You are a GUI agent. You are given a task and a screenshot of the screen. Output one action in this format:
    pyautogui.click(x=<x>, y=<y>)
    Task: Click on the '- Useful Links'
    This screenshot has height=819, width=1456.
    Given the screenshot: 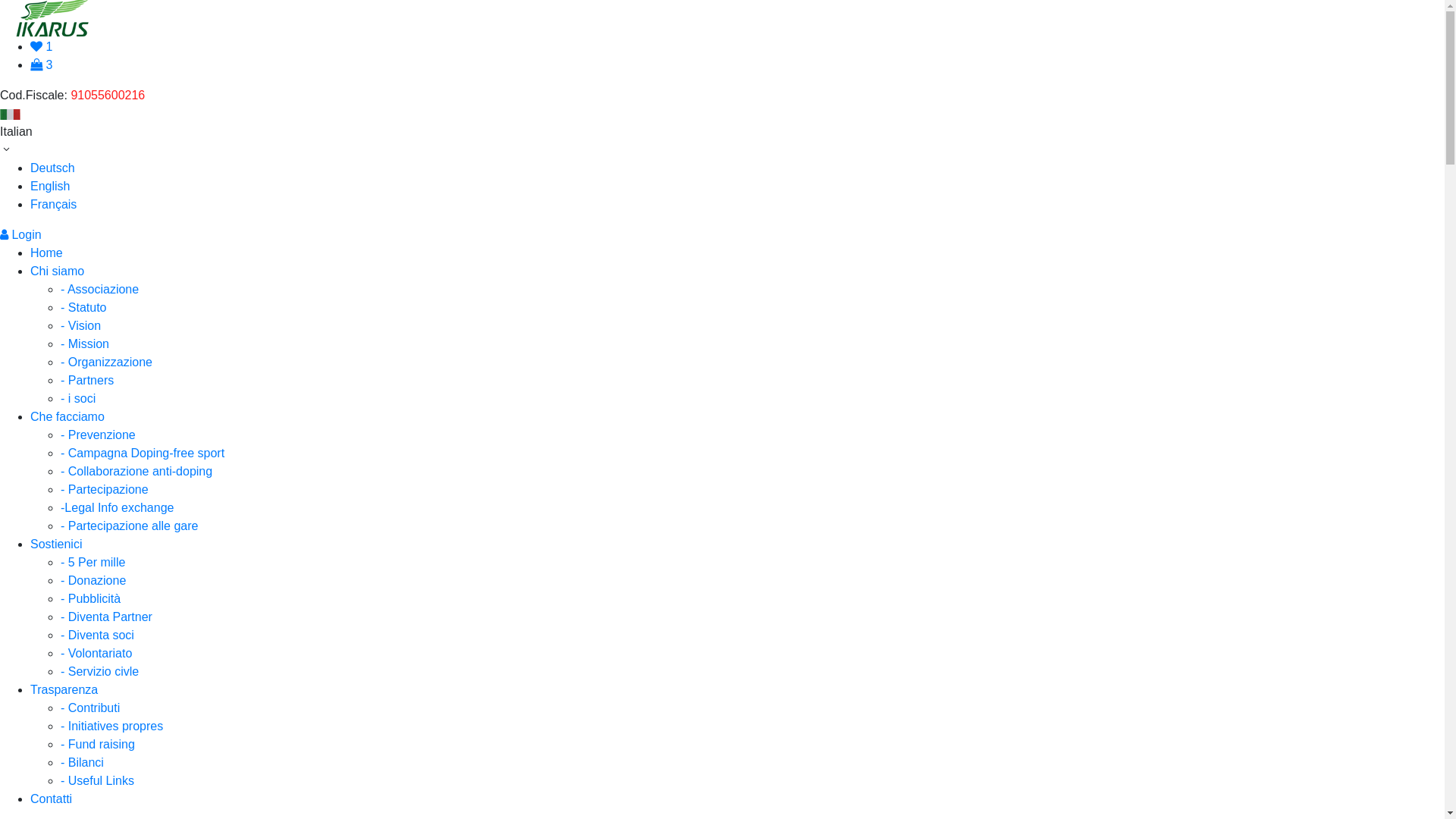 What is the action you would take?
    pyautogui.click(x=61, y=780)
    